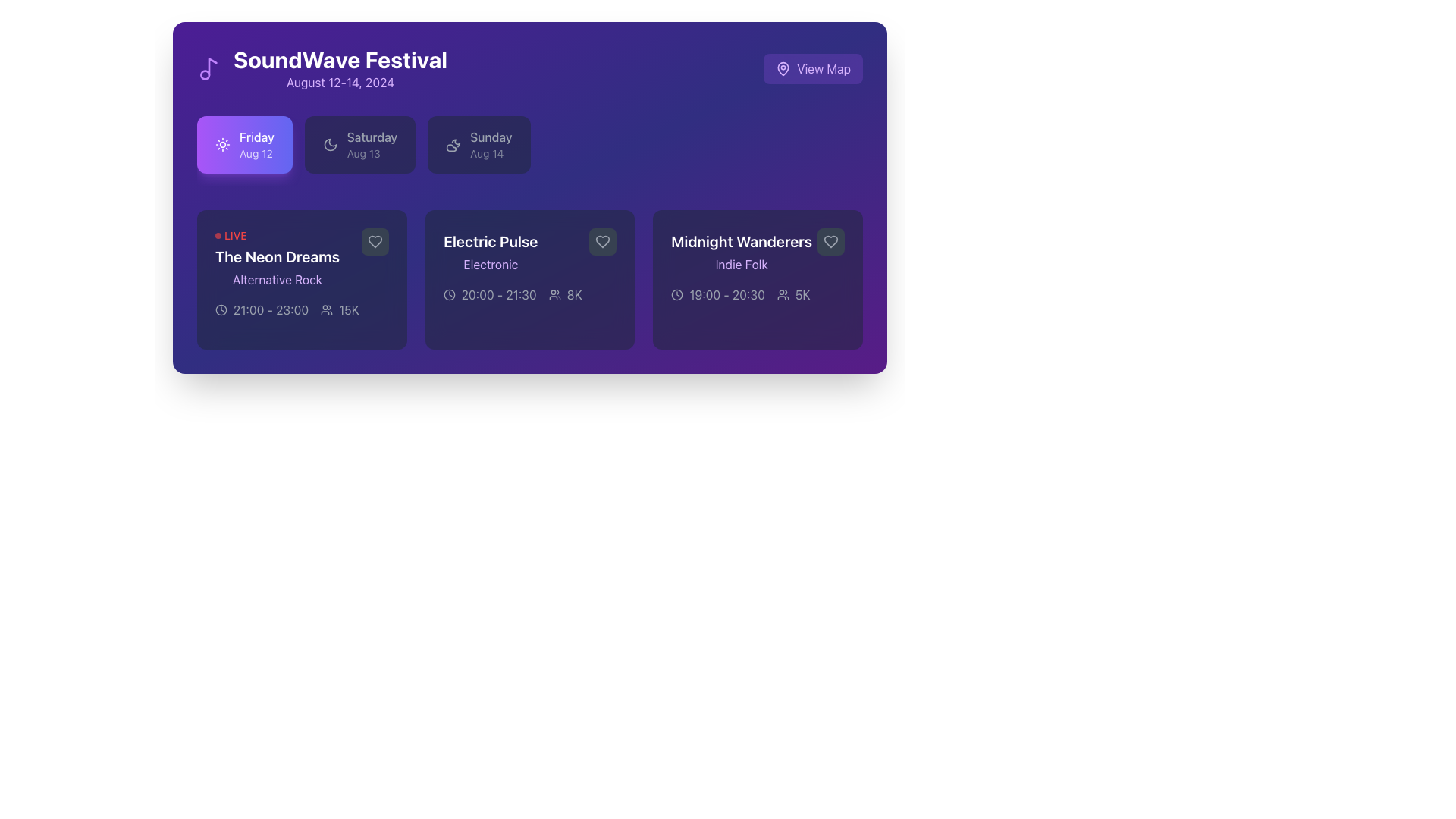  Describe the element at coordinates (375, 241) in the screenshot. I see `the favorite button located in the top-right corner of the 'The Neon Dreams' event card` at that location.